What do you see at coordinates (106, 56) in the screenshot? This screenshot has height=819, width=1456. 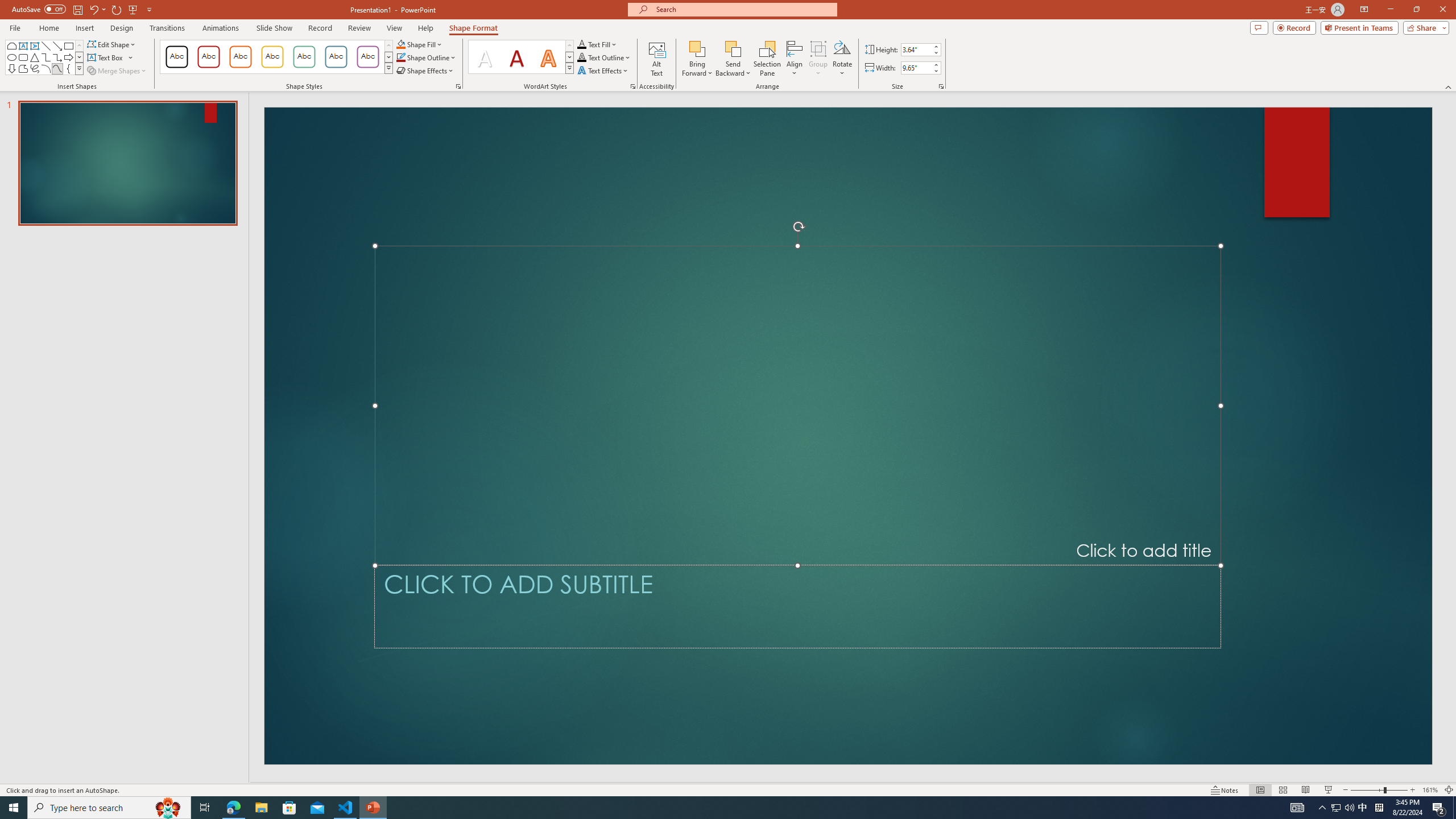 I see `'Draw Horizontal Text Box'` at bounding box center [106, 56].